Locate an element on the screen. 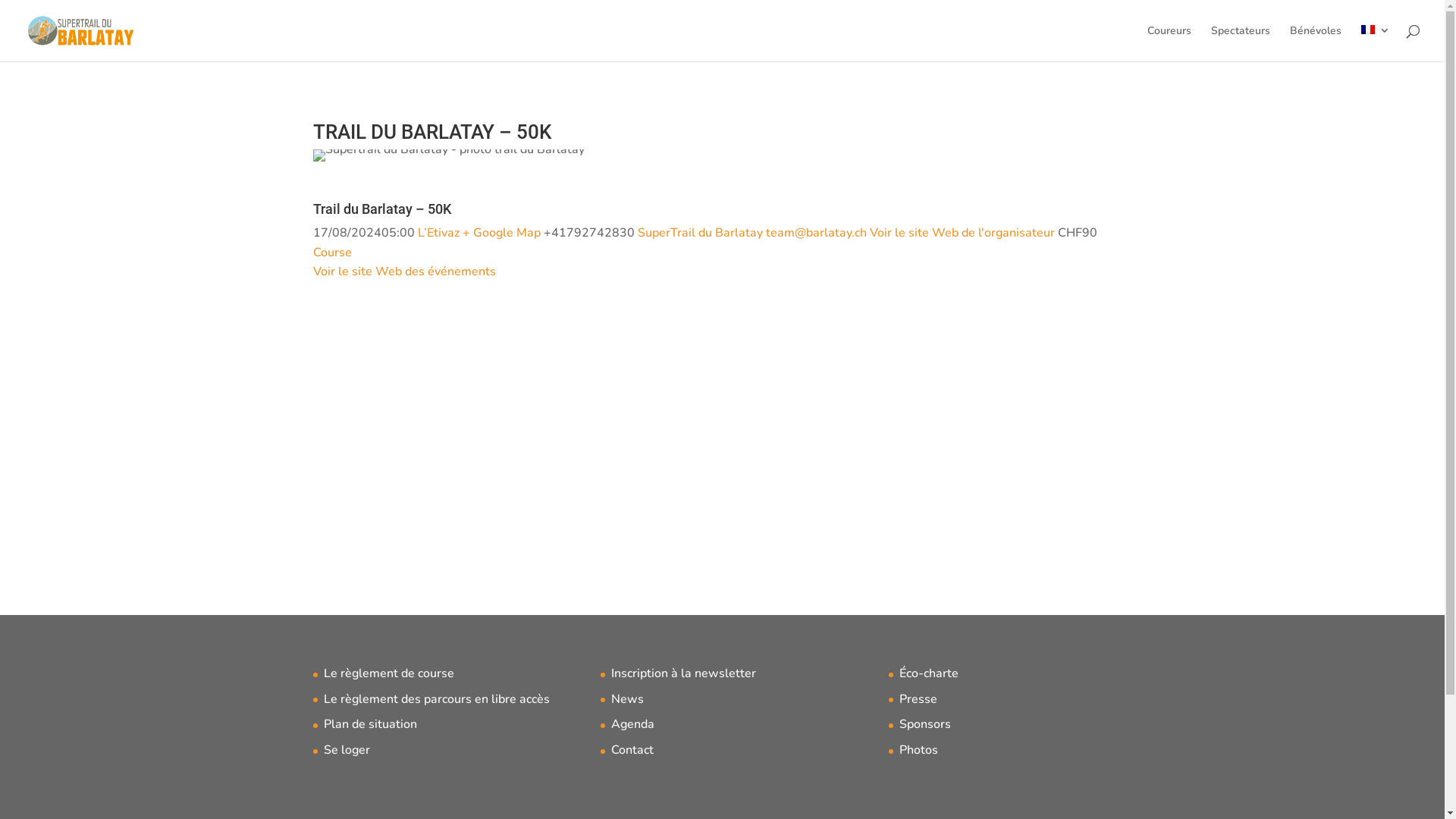  'Voir le site Web de l'organisateur' is located at coordinates (960, 233).